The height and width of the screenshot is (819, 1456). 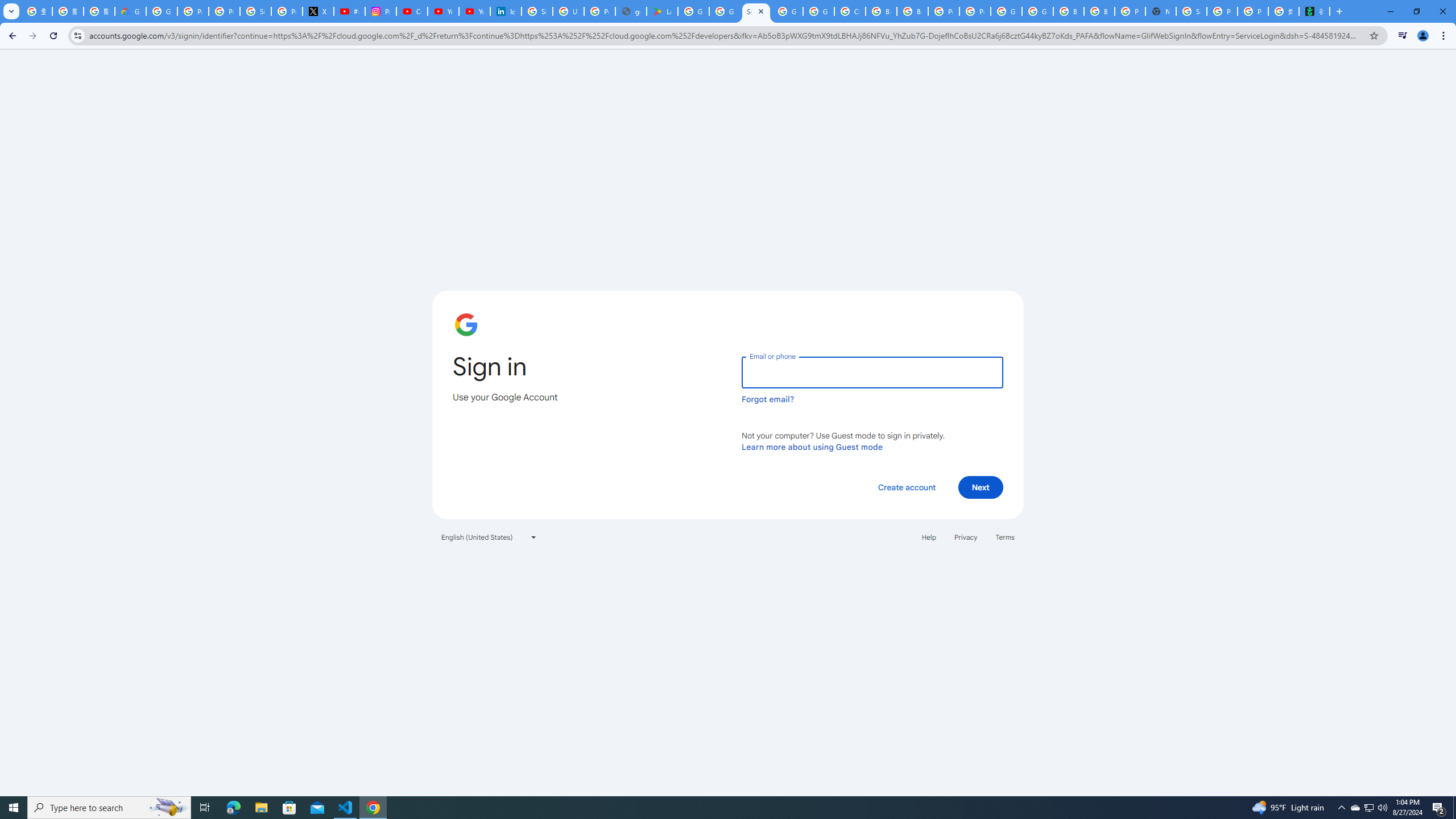 What do you see at coordinates (1160, 11) in the screenshot?
I see `'New Tab'` at bounding box center [1160, 11].